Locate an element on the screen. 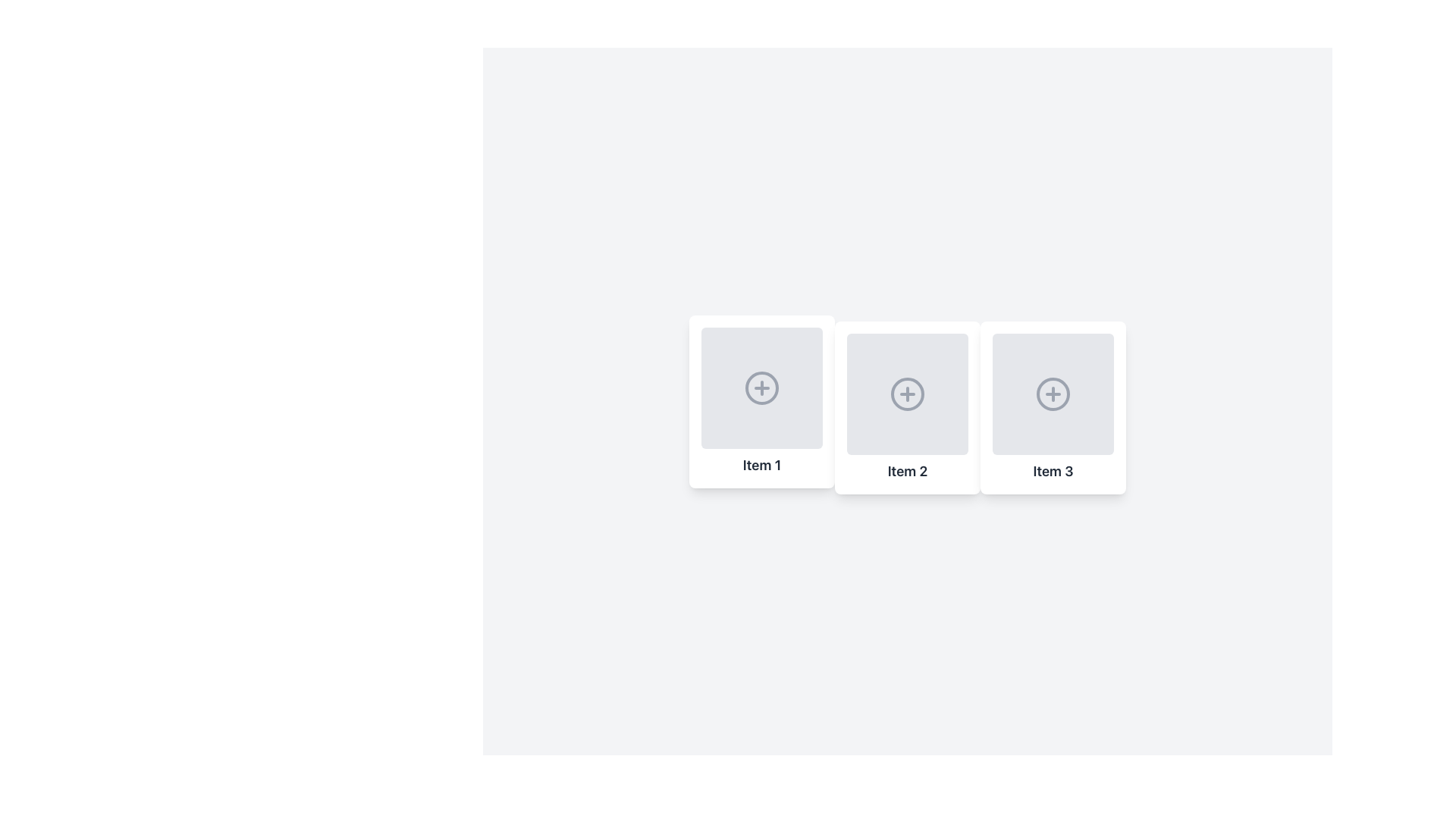 This screenshot has height=819, width=1456. the circular icon button with a plus sign in the center, located in the second card labeled 'Item 2' is located at coordinates (907, 393).